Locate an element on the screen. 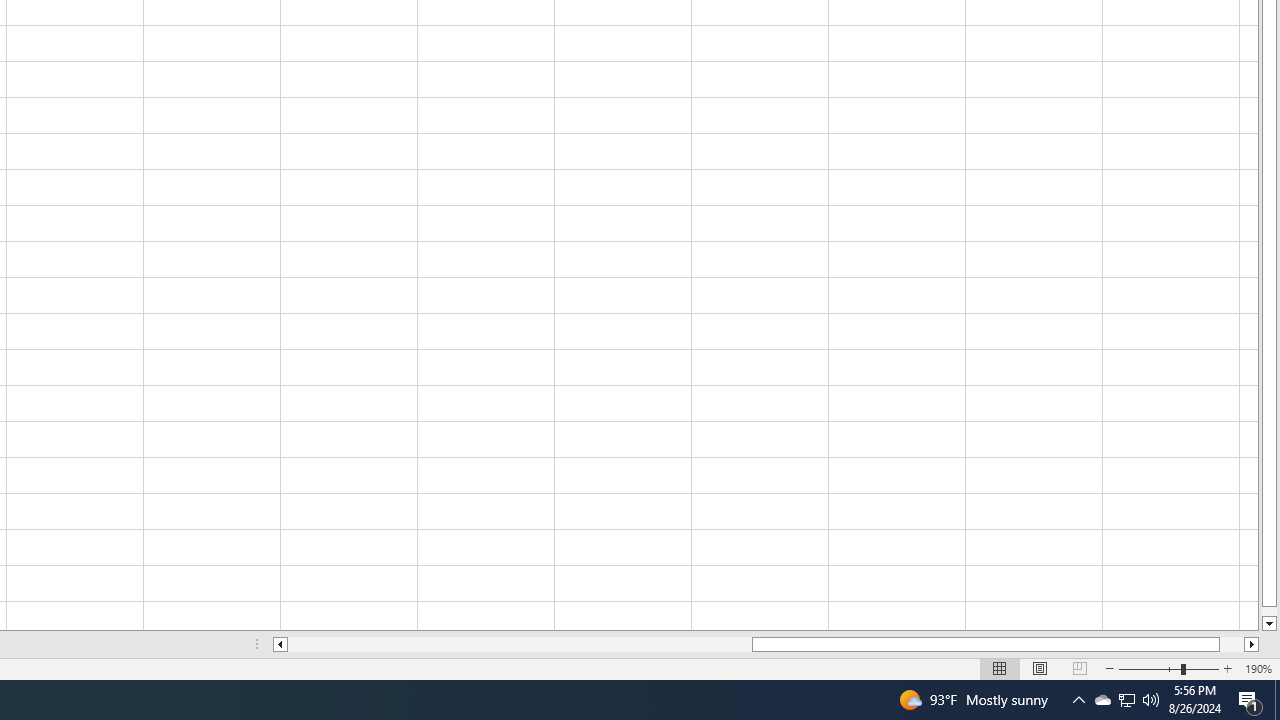 The width and height of the screenshot is (1280, 720). 'Line down' is located at coordinates (1268, 623).